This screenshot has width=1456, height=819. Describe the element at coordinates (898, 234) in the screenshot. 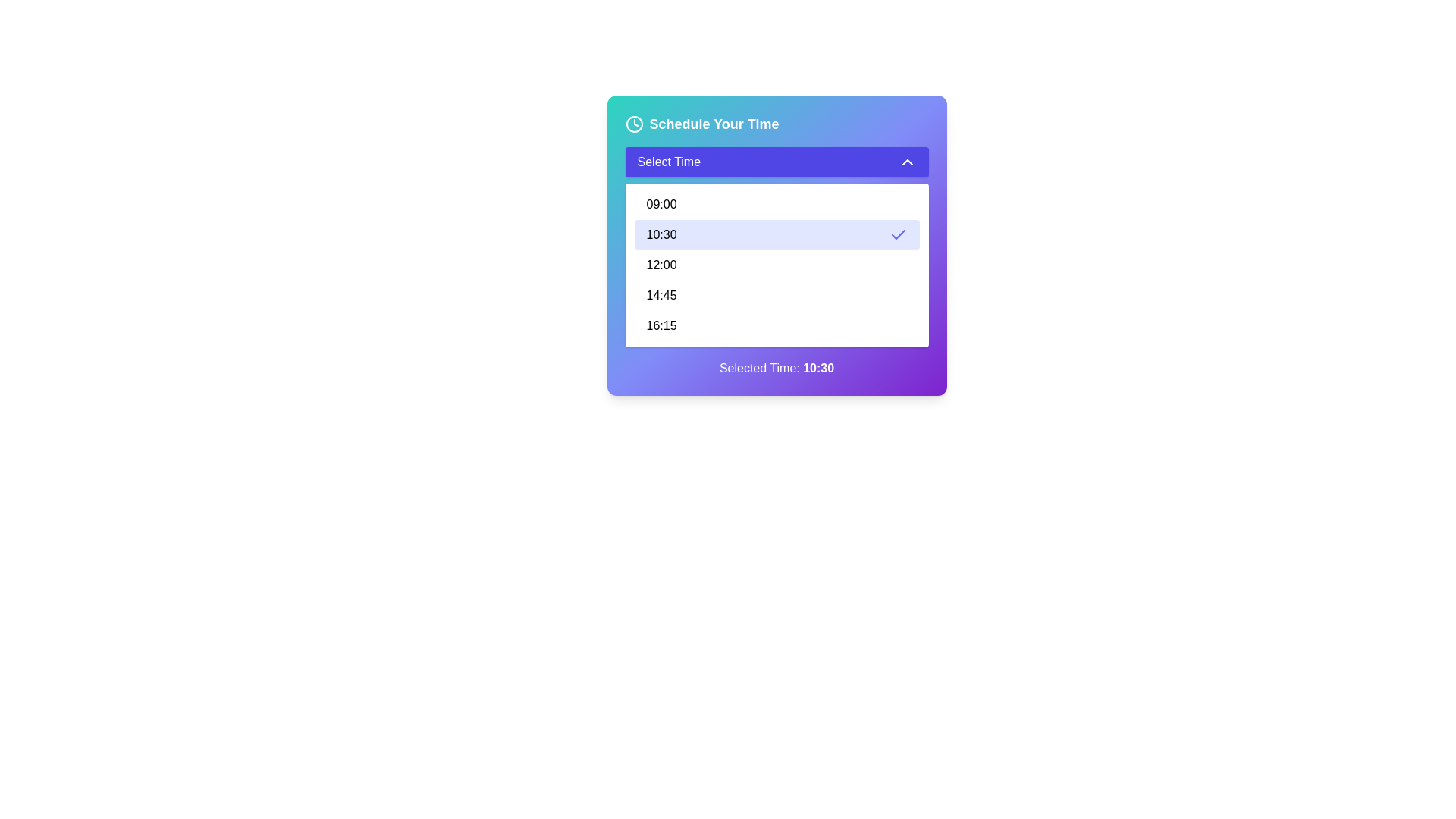

I see `the blue checkmark icon located to the right of the '10:30' text in the highlighted time selection dropdown menu` at that location.